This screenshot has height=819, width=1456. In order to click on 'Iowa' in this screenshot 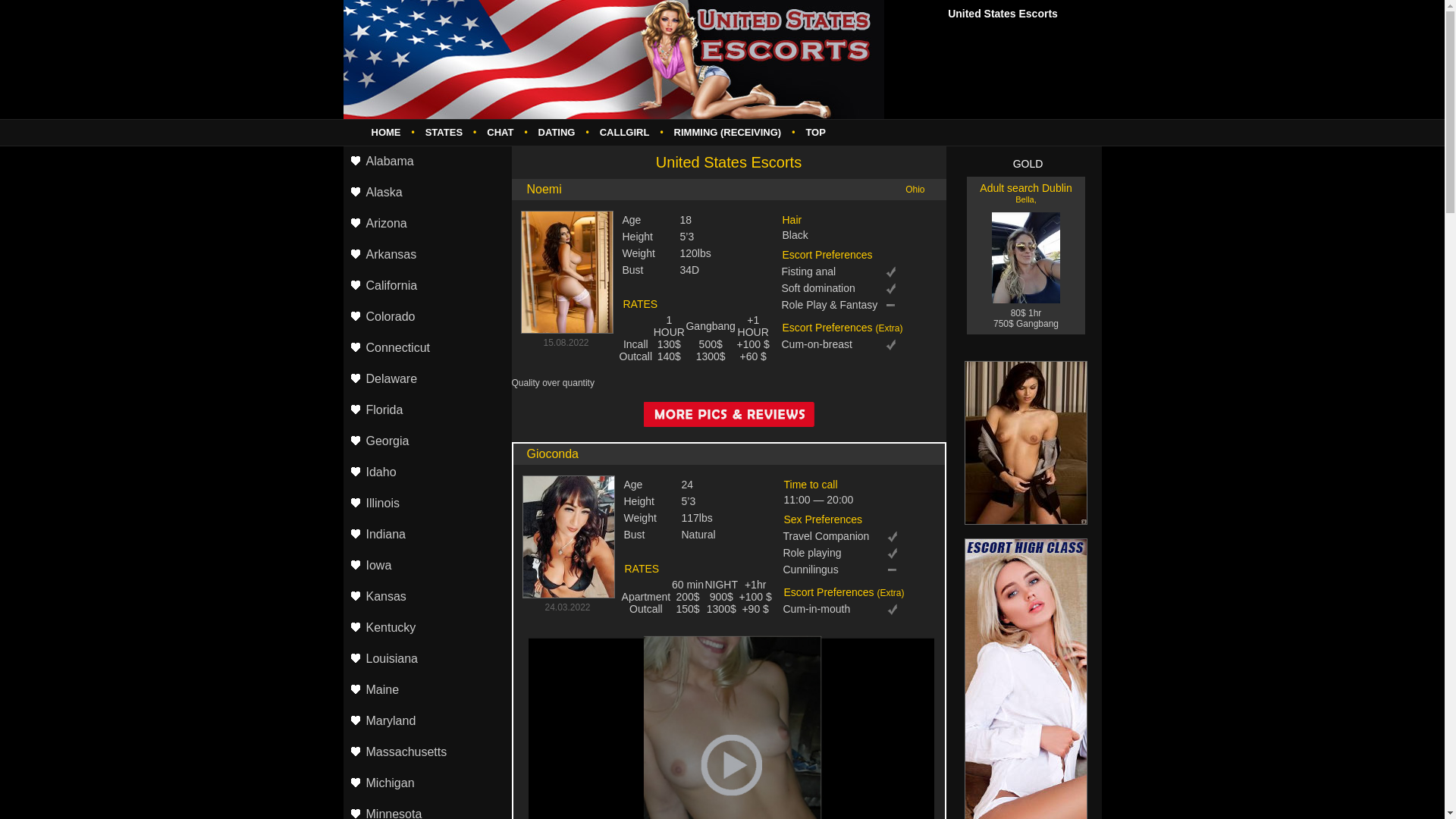, I will do `click(341, 566)`.